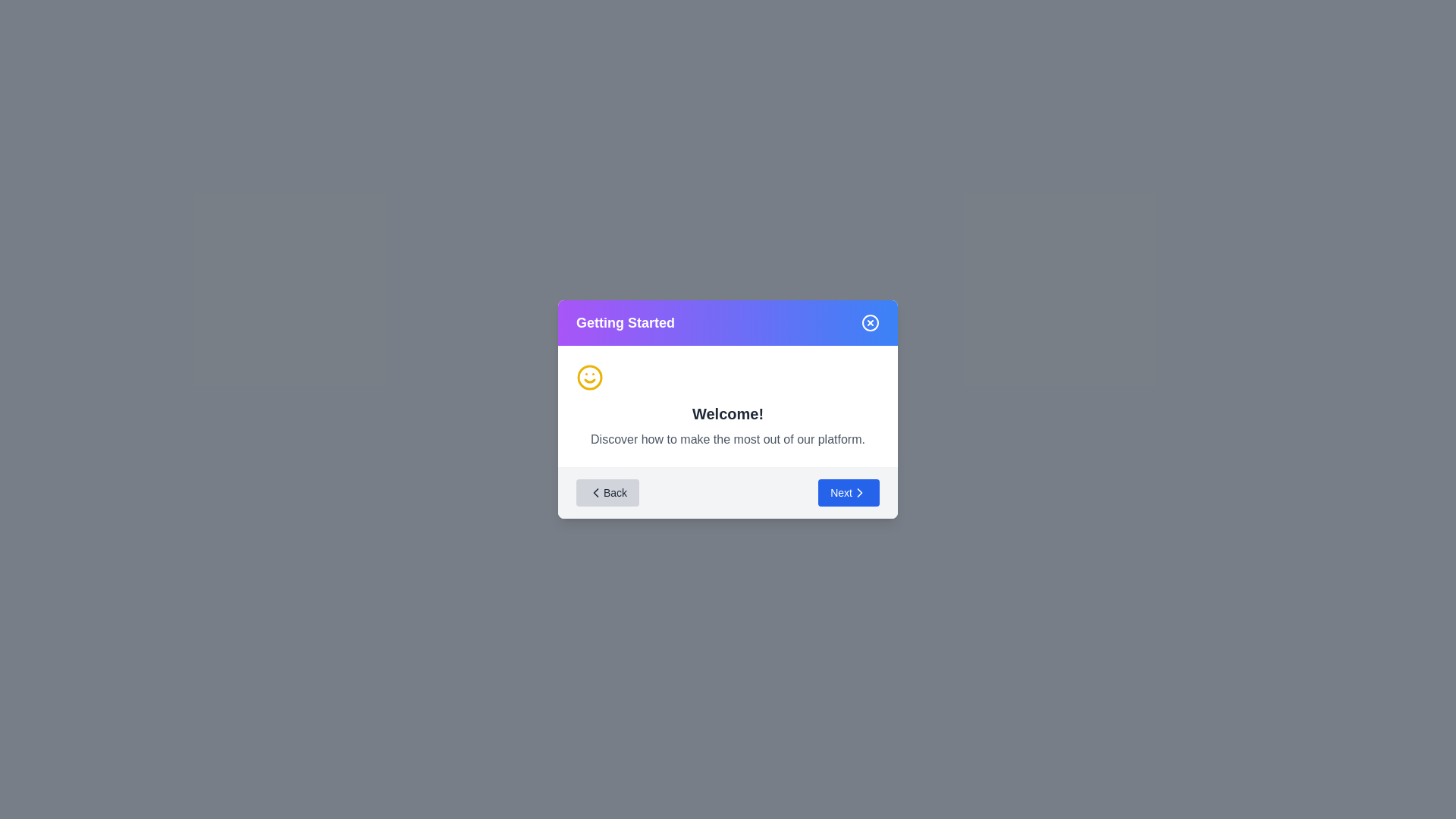  I want to click on the welcoming Text label that greets the user, positioned below the smiley icon and above the descriptive text block, so click(728, 414).